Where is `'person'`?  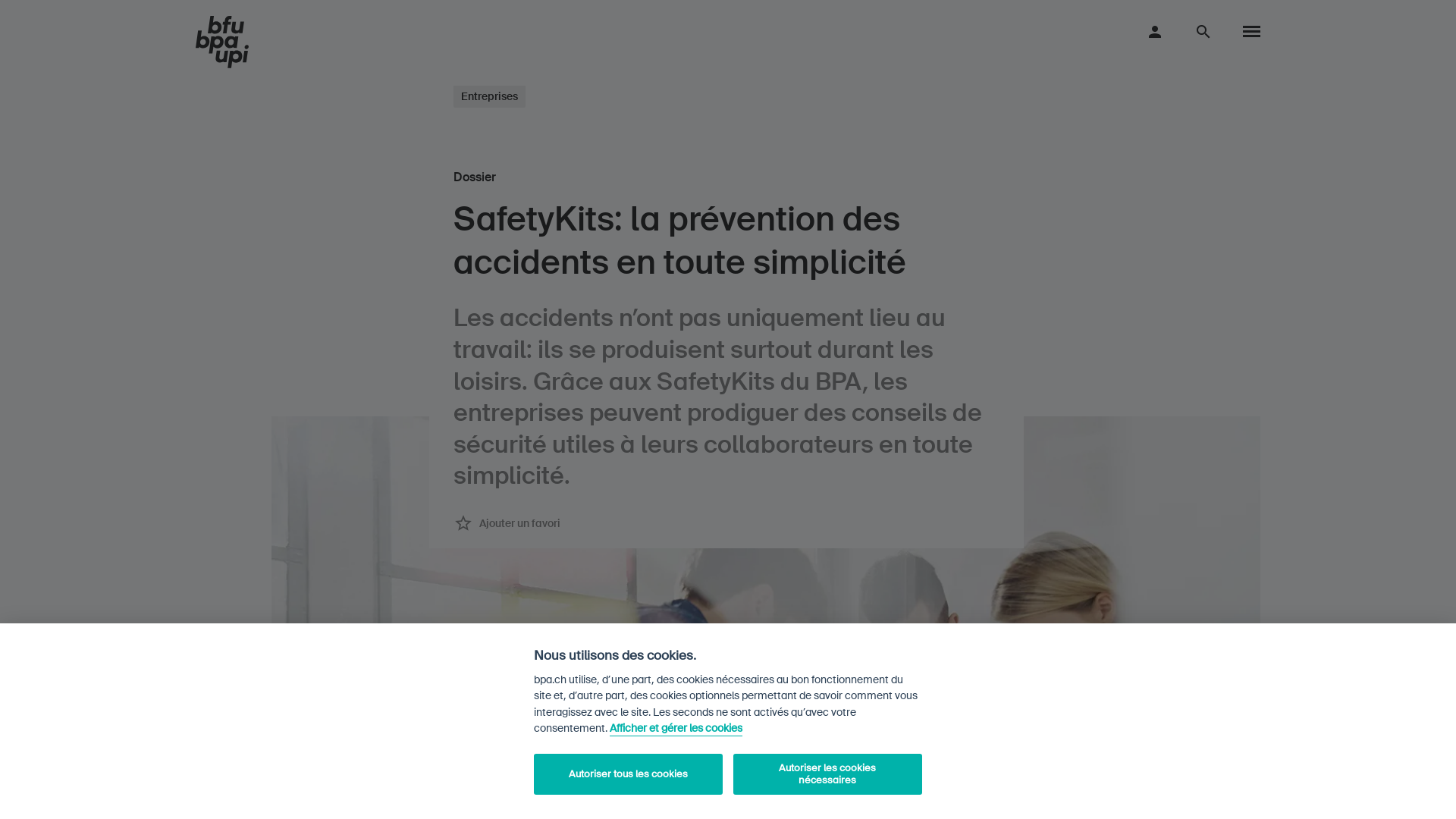 'person' is located at coordinates (1146, 31).